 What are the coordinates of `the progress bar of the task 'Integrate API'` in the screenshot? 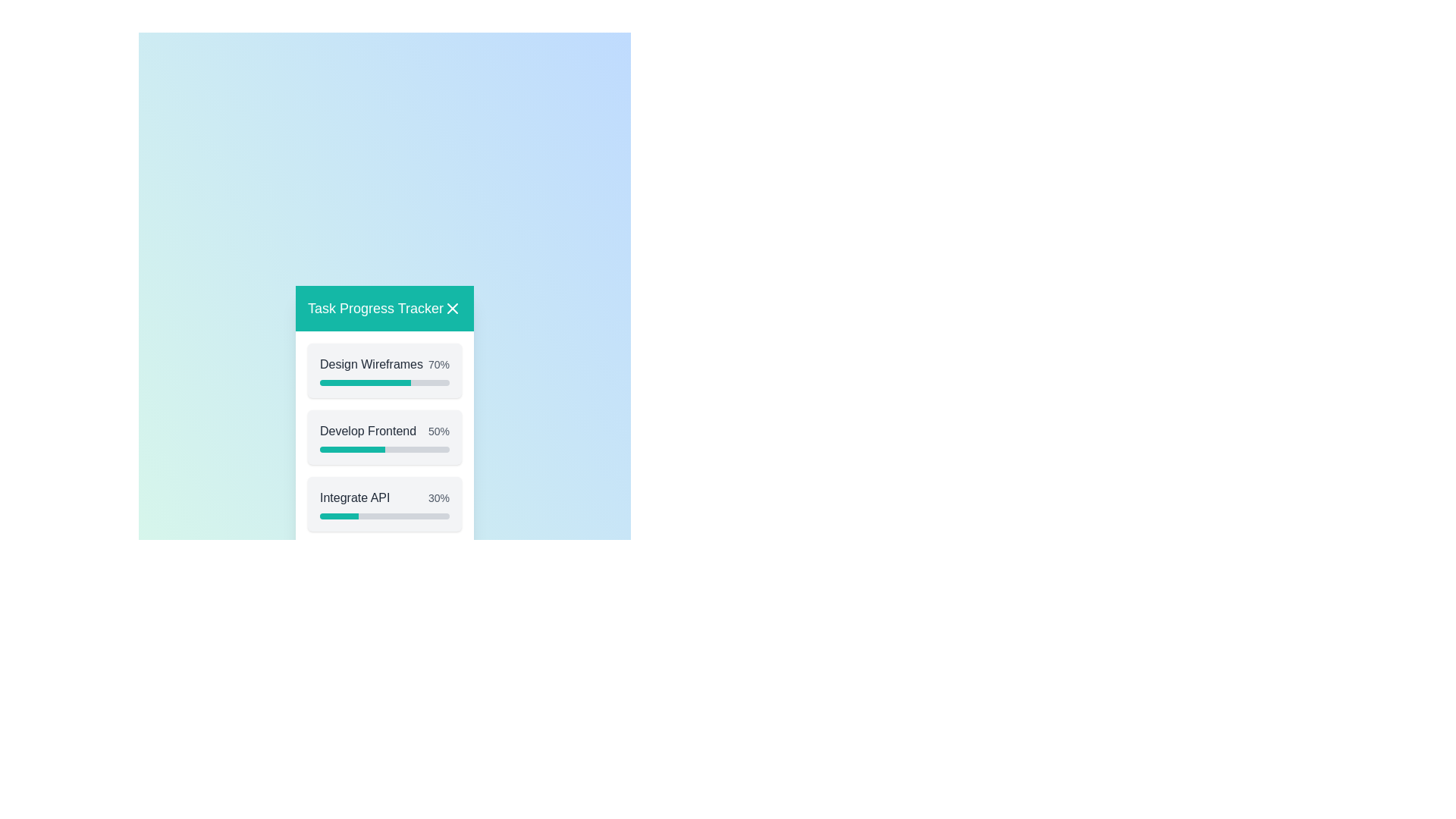 It's located at (384, 515).